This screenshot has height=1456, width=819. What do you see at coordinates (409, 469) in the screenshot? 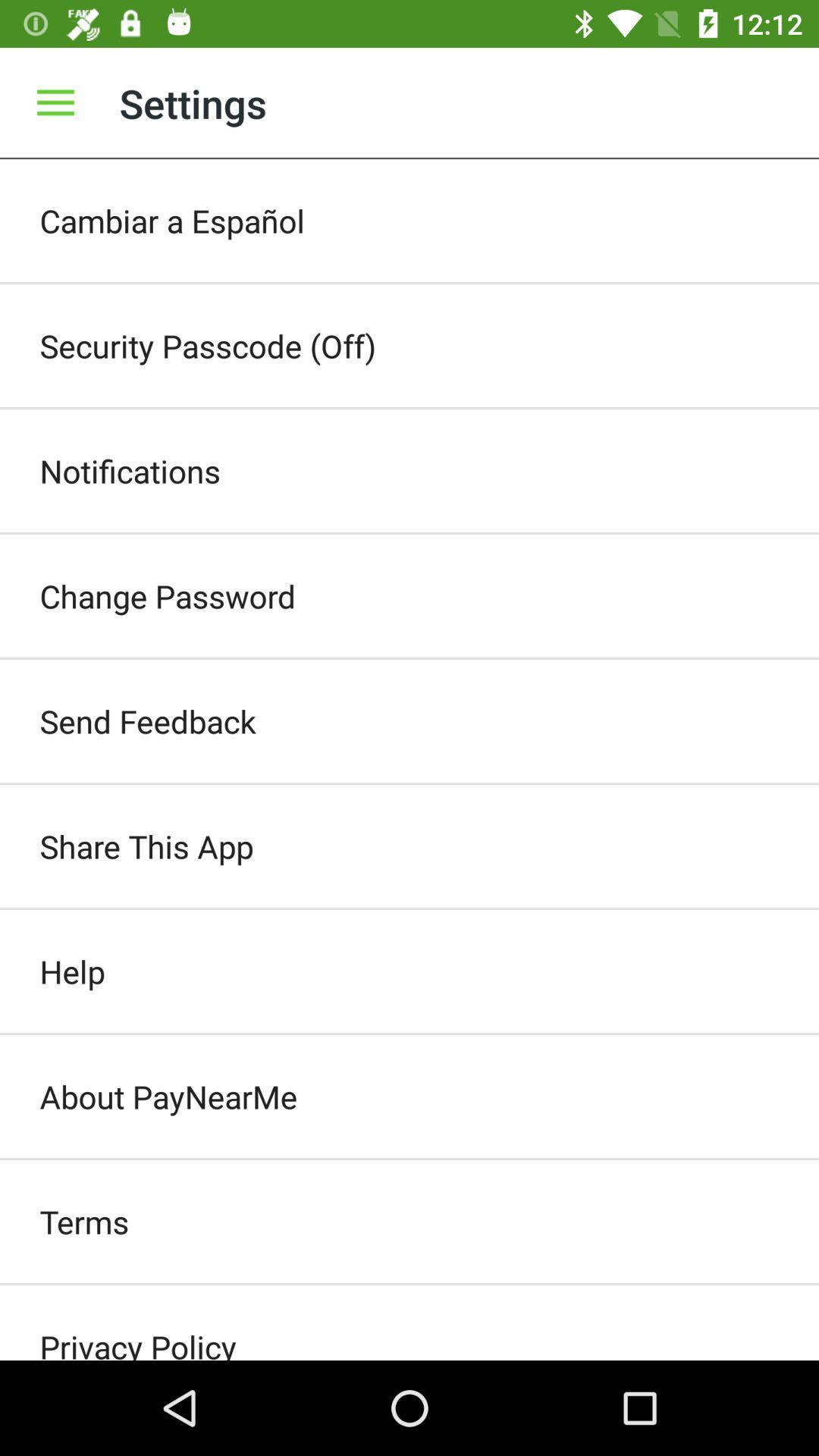
I see `the item below the security passcode (off) icon` at bounding box center [409, 469].